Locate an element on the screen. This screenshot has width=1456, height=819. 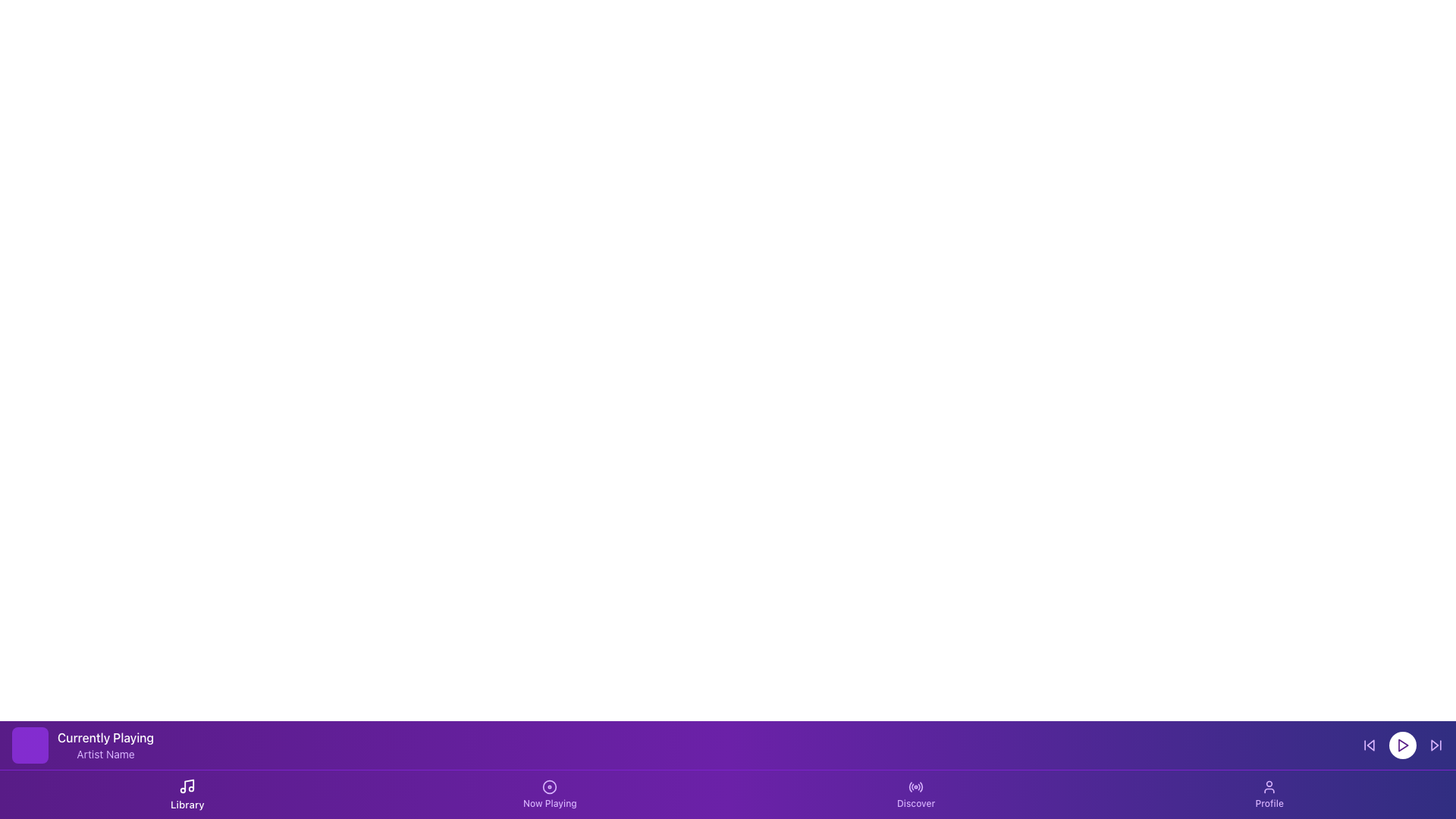
the 'Library' navigation button, which features a musical note icon and white text on a purple background is located at coordinates (187, 794).